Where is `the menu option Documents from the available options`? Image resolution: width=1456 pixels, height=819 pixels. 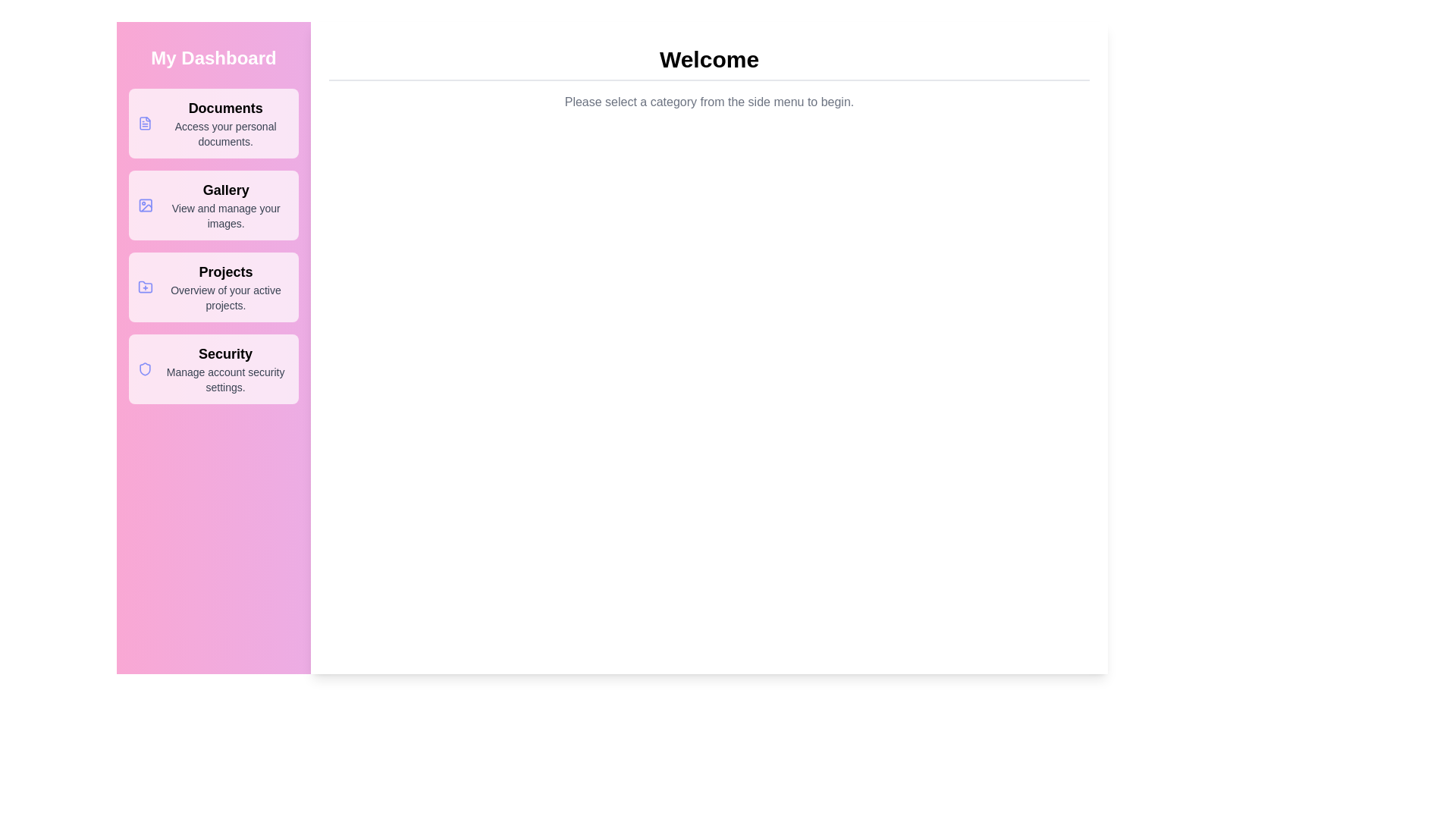
the menu option Documents from the available options is located at coordinates (213, 122).